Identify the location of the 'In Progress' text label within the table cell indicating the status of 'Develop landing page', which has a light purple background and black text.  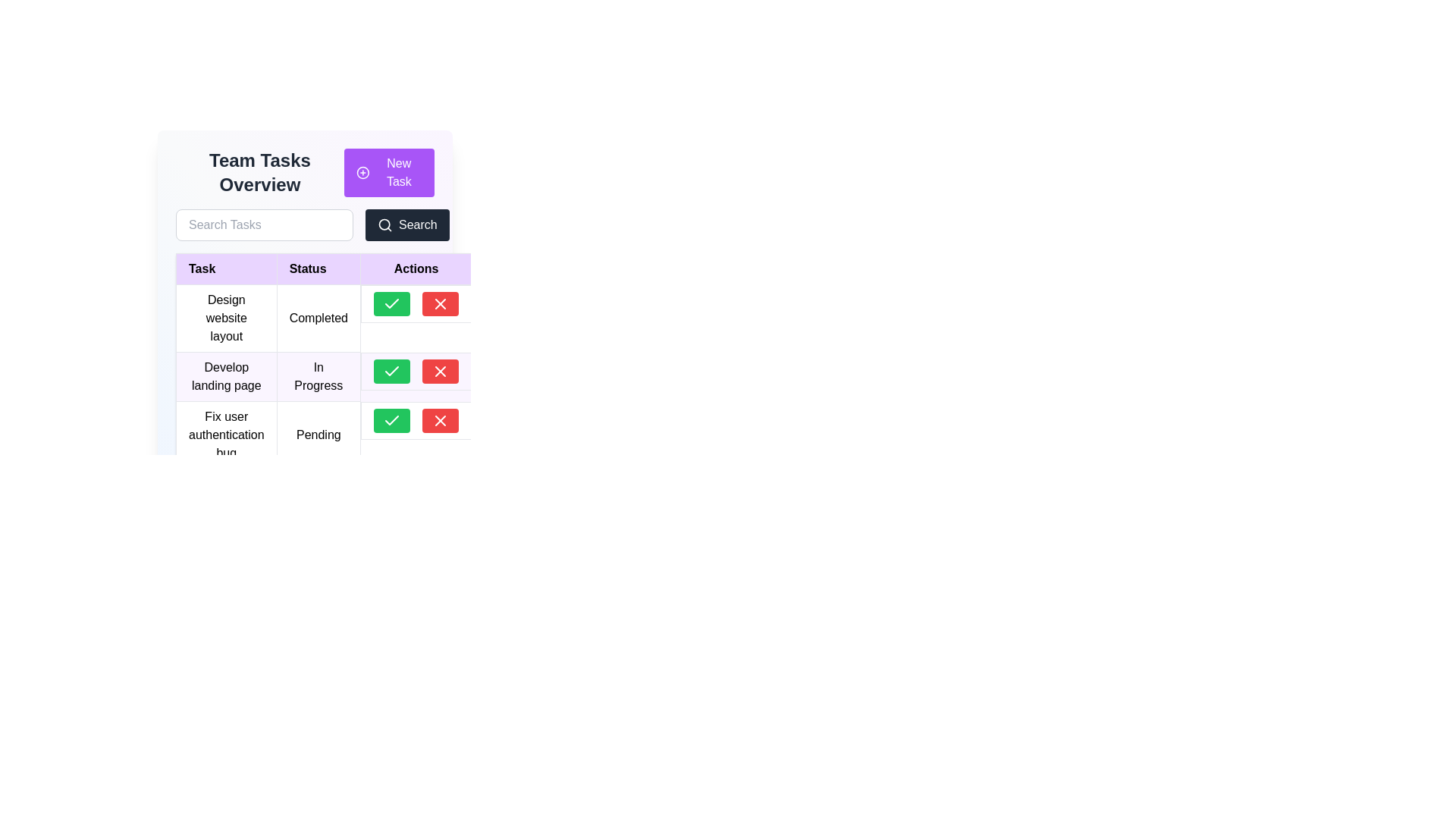
(323, 376).